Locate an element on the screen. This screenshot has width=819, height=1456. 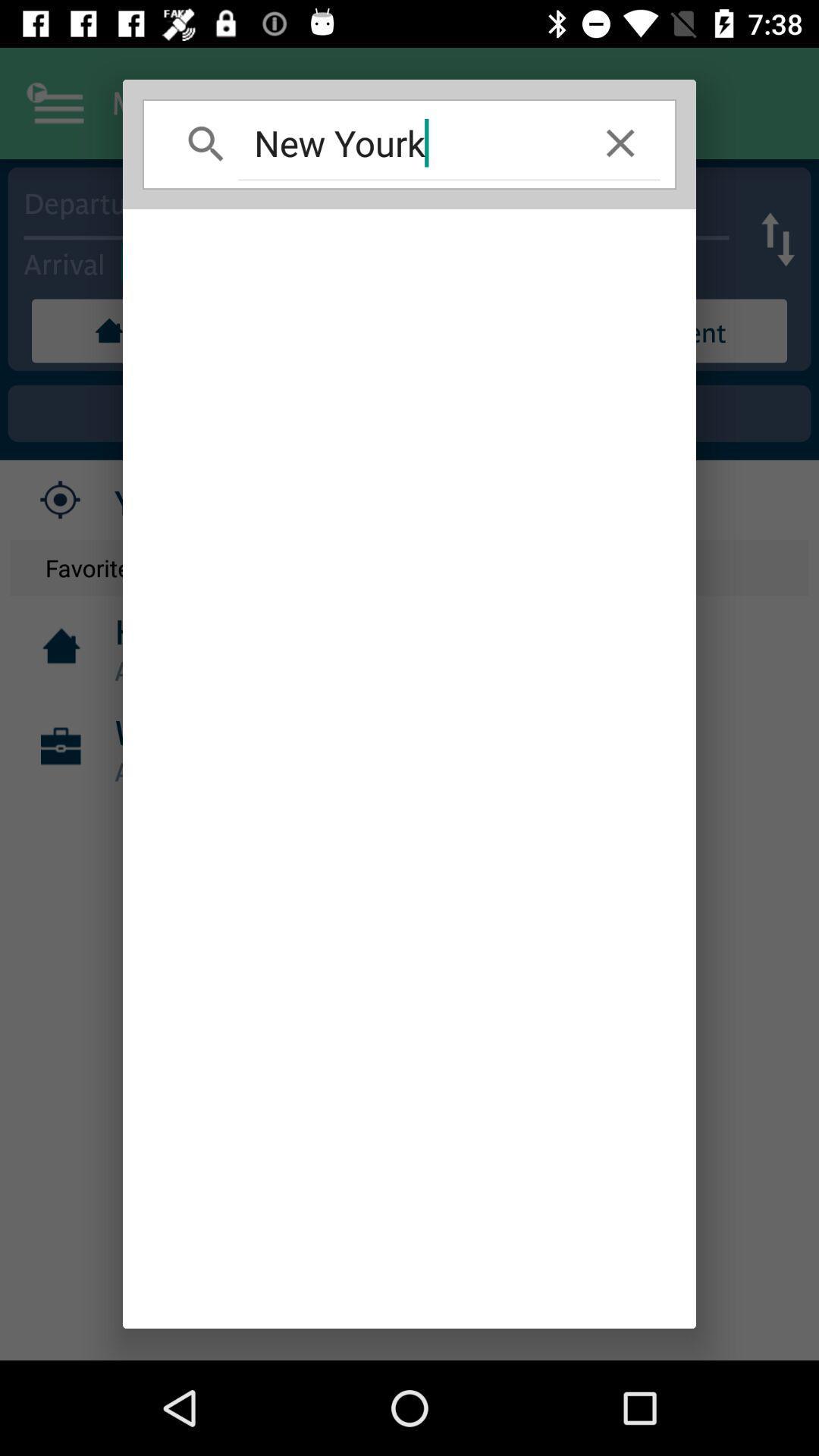
item below new yourk icon is located at coordinates (409, 768).